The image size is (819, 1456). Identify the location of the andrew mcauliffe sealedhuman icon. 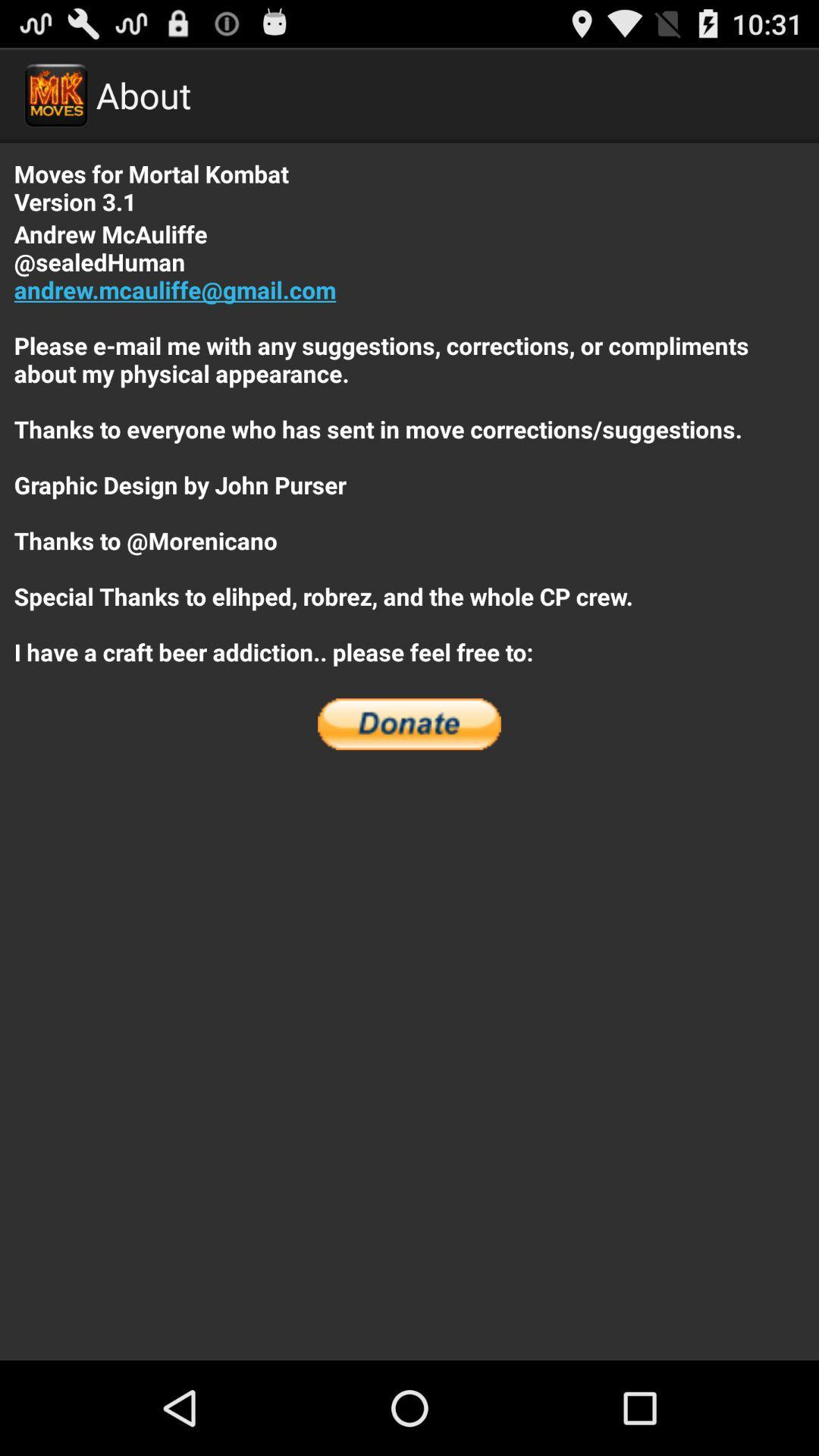
(409, 442).